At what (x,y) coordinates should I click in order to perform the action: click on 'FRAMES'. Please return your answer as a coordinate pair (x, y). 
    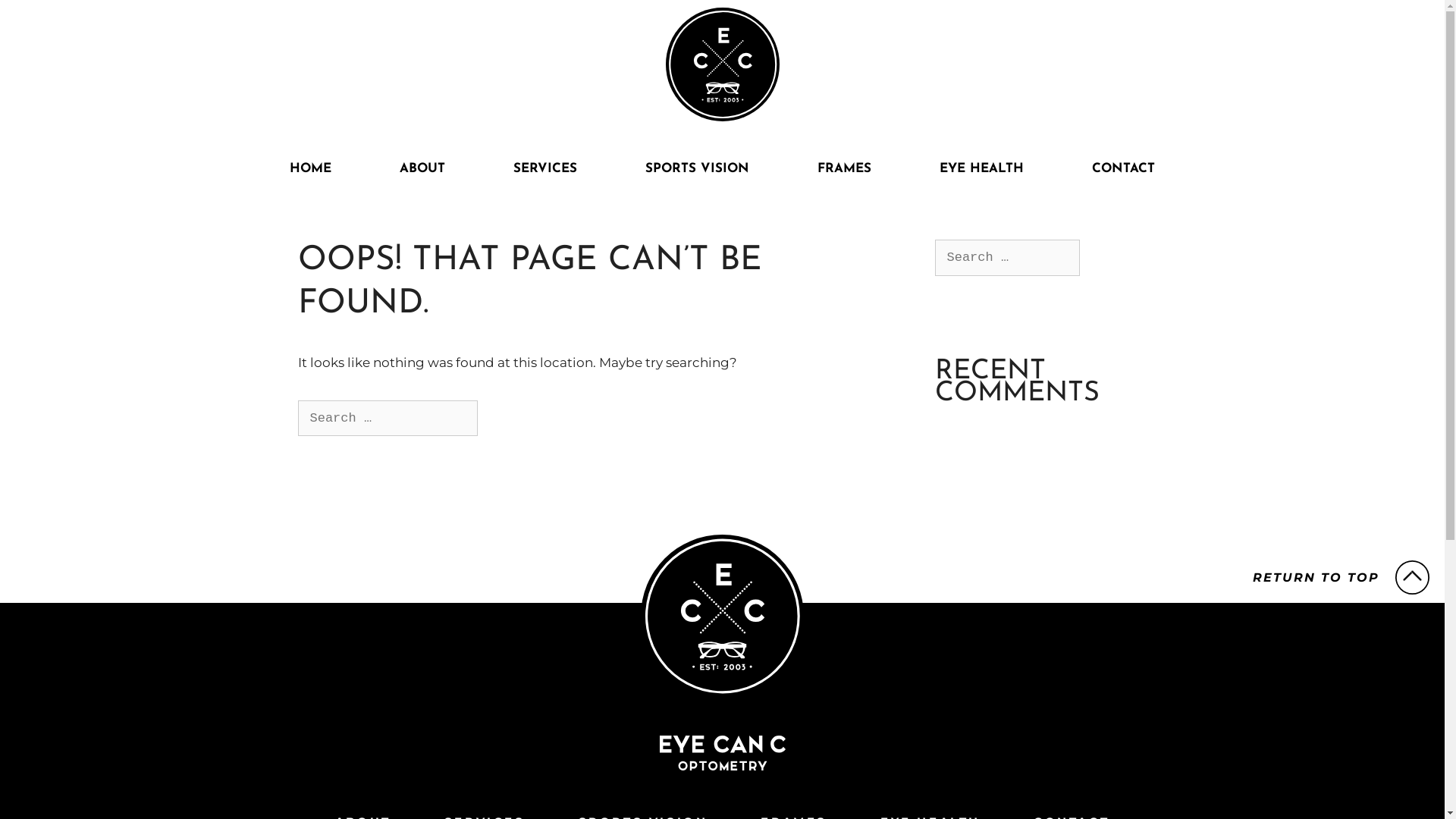
    Looking at the image, I should click on (783, 169).